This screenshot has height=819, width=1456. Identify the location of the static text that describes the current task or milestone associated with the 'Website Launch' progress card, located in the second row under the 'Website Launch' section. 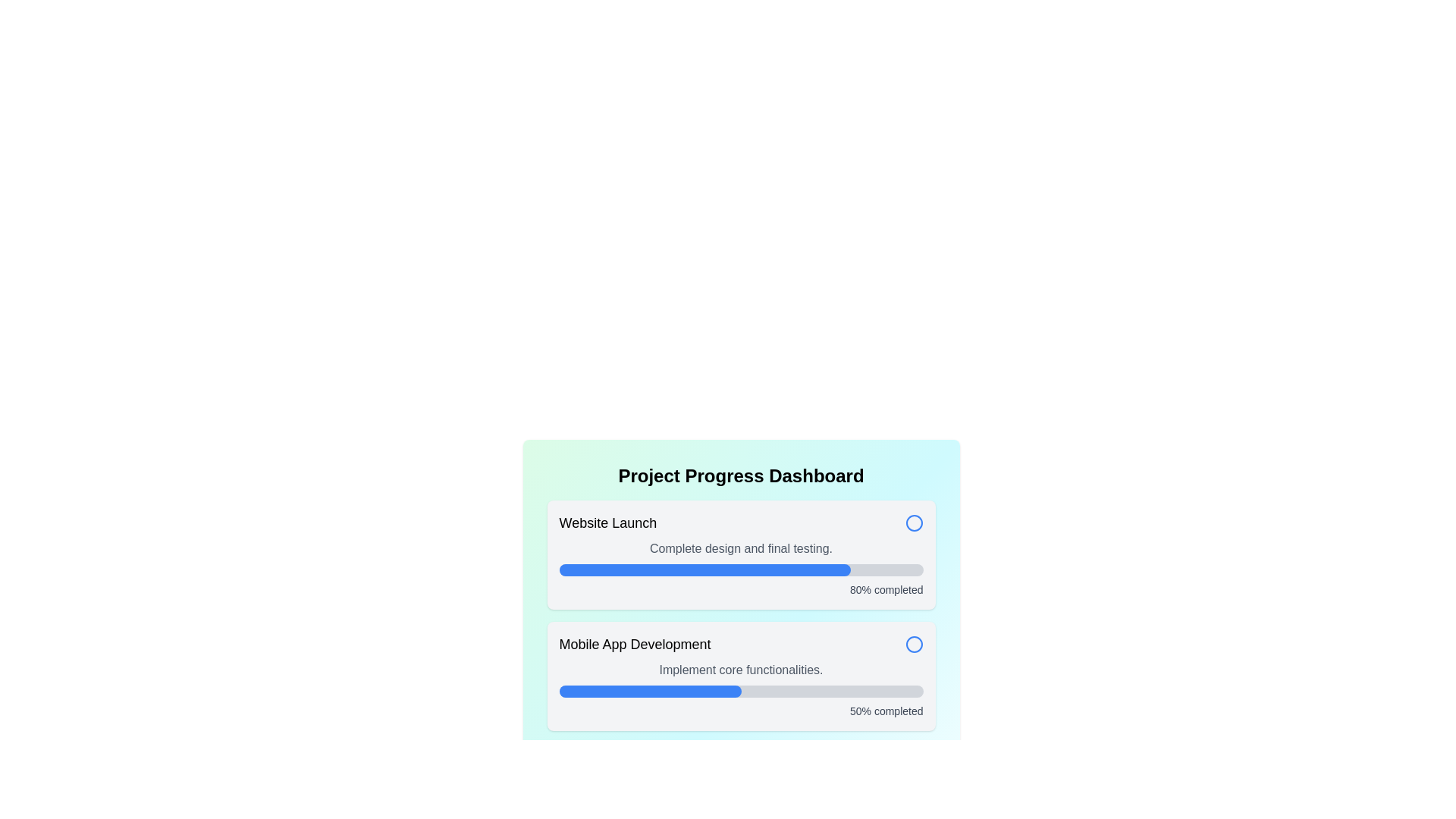
(741, 549).